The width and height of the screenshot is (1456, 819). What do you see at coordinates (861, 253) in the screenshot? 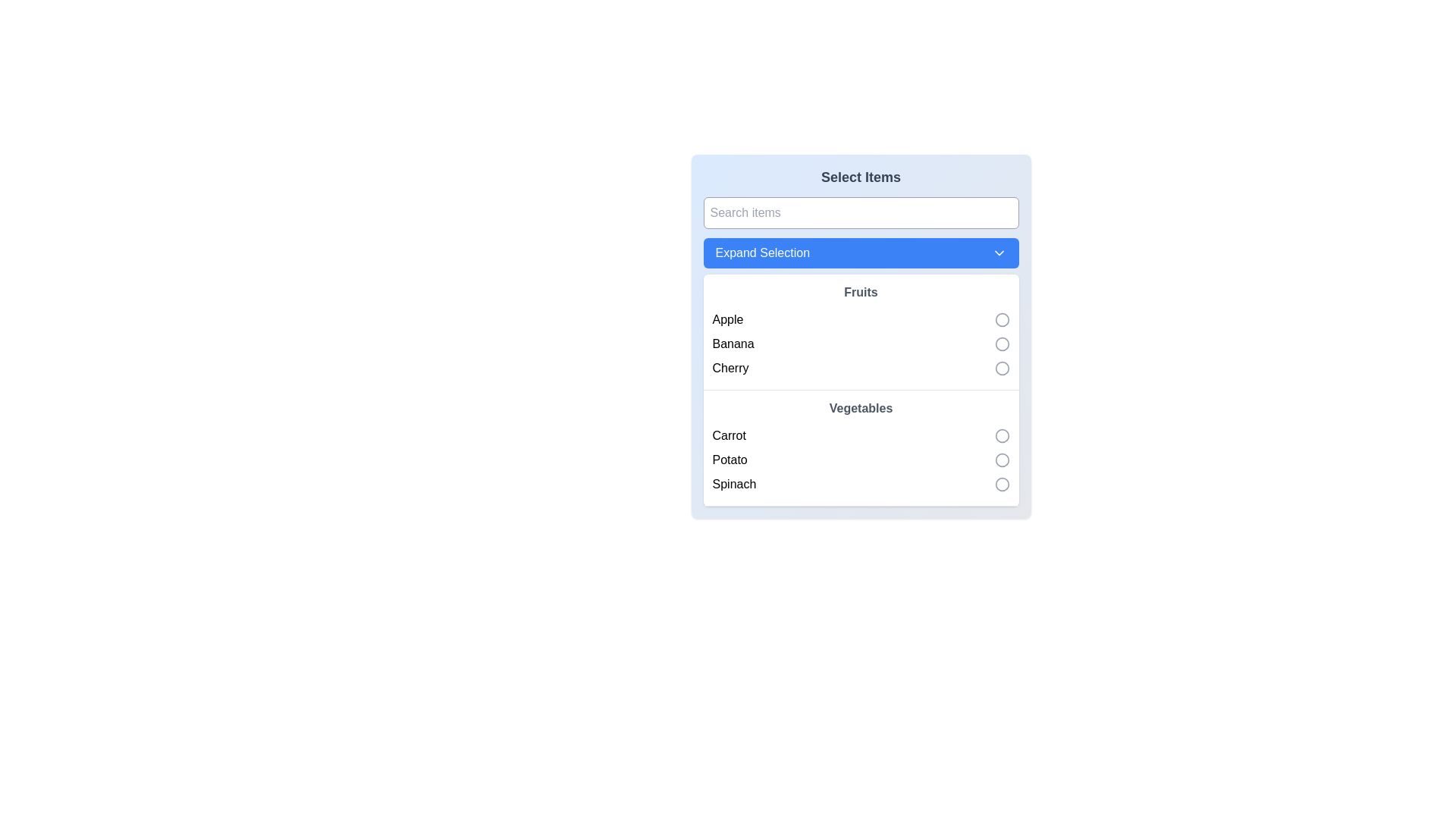
I see `the button located below the search box and above the 'Fruits' and 'Vegetables' section` at bounding box center [861, 253].